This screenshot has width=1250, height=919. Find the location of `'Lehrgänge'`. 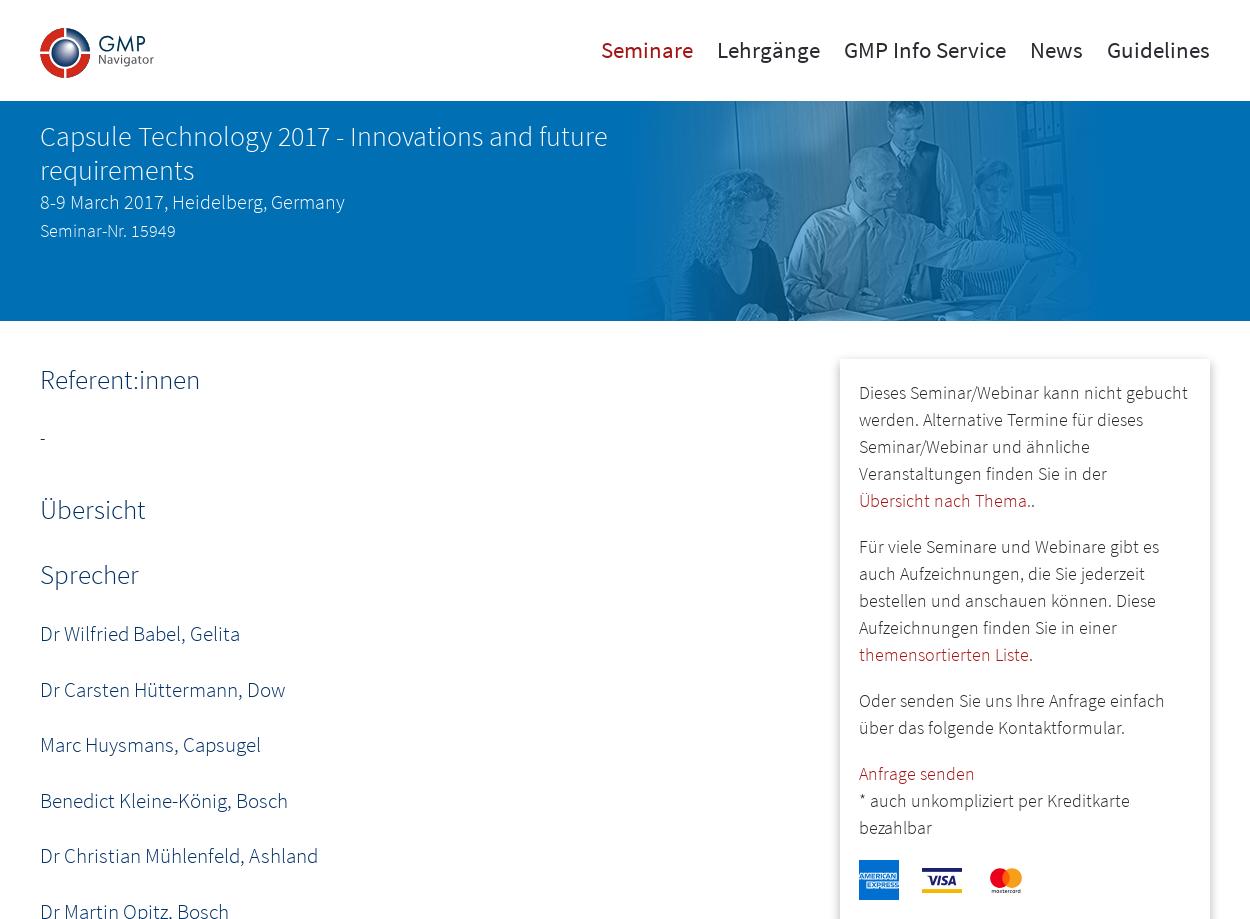

'Lehrgänge' is located at coordinates (716, 49).